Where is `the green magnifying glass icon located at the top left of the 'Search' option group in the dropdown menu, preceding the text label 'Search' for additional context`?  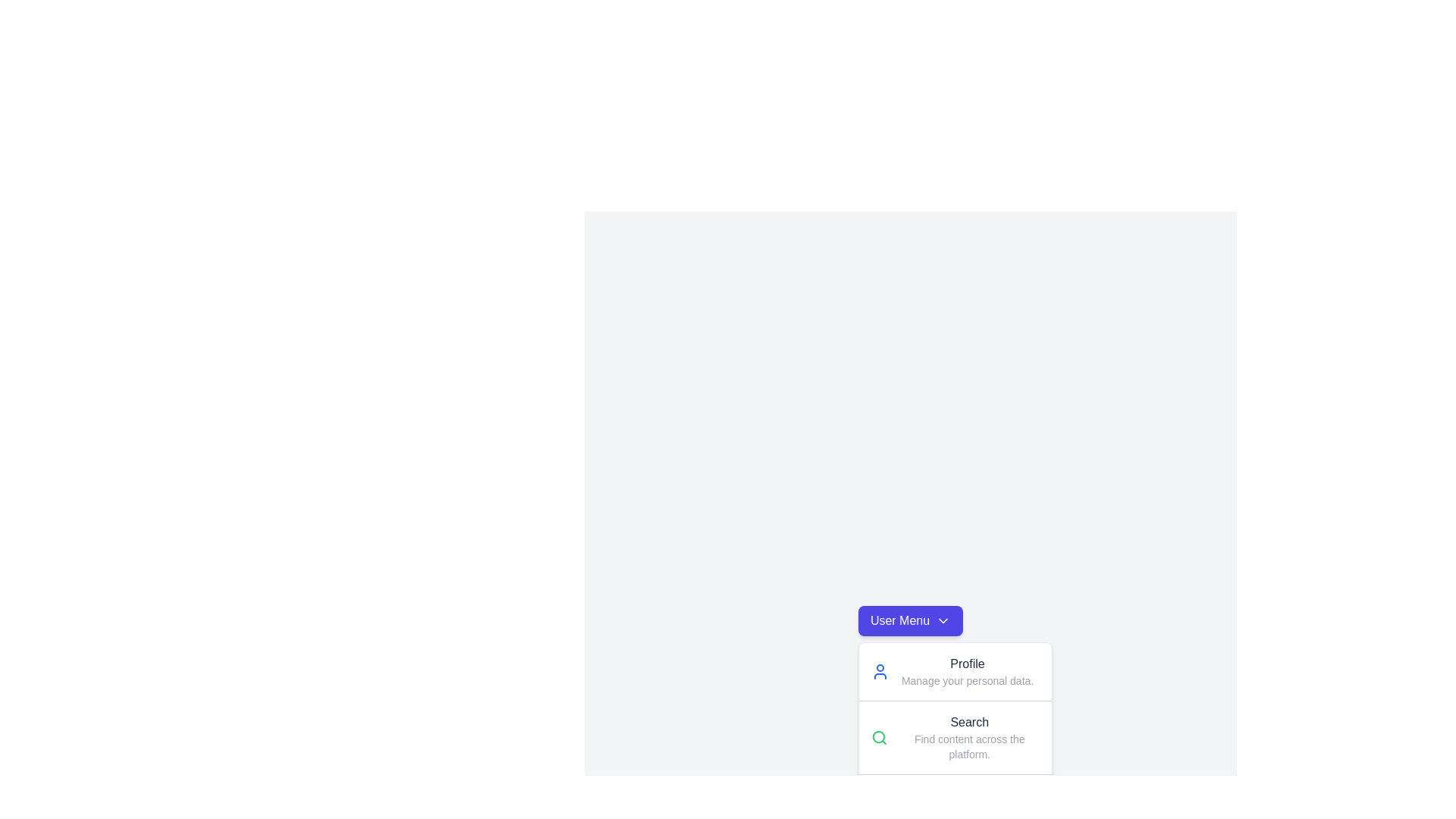 the green magnifying glass icon located at the top left of the 'Search' option group in the dropdown menu, preceding the text label 'Search' for additional context is located at coordinates (879, 736).